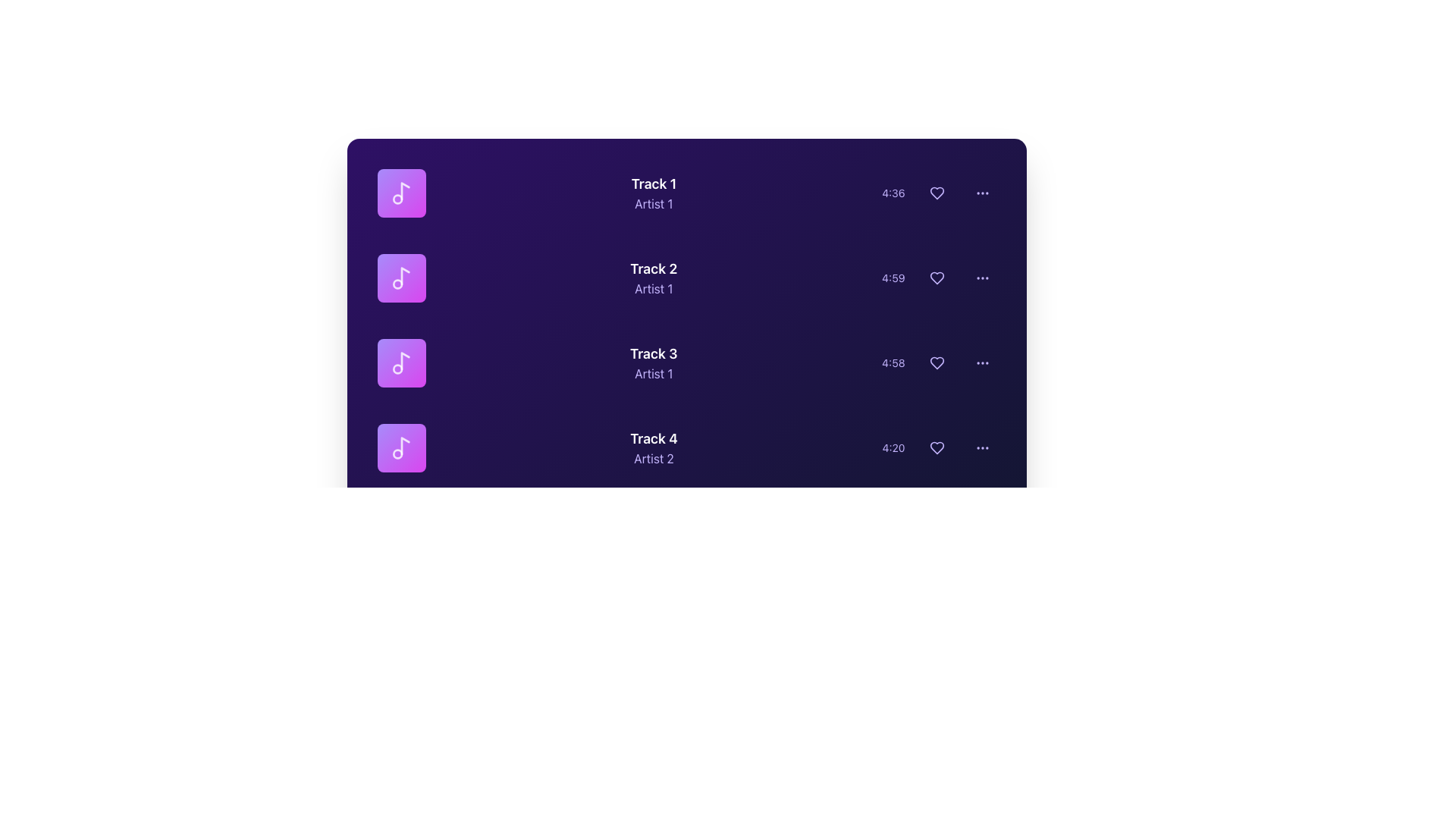 Image resolution: width=1456 pixels, height=819 pixels. I want to click on the violet heart-shaped icon button located in the third slot of the rightmost column for 'Track 2' and 'Artist 1' to like or mark it as favorite, so click(938, 278).